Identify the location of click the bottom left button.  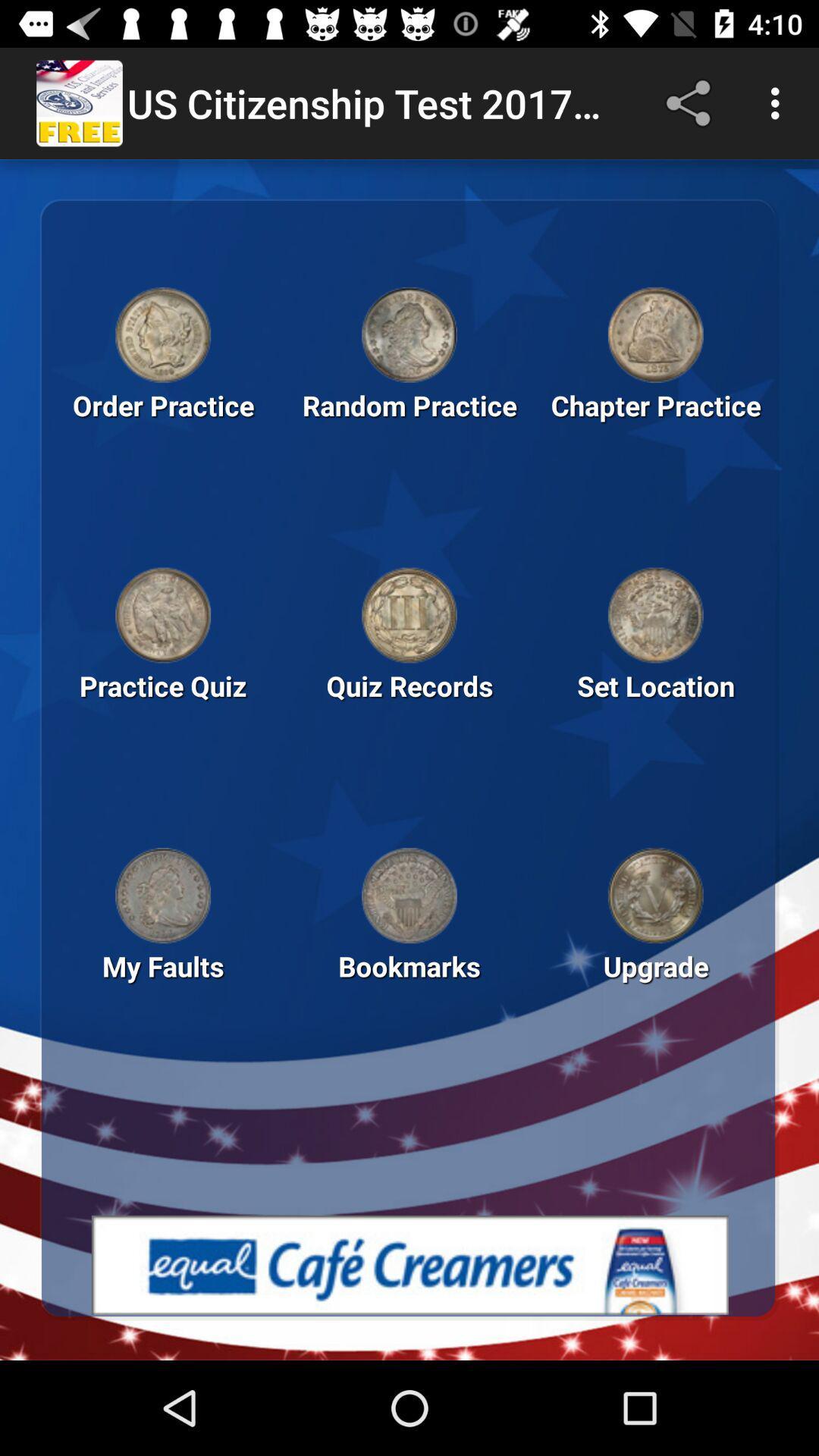
(163, 896).